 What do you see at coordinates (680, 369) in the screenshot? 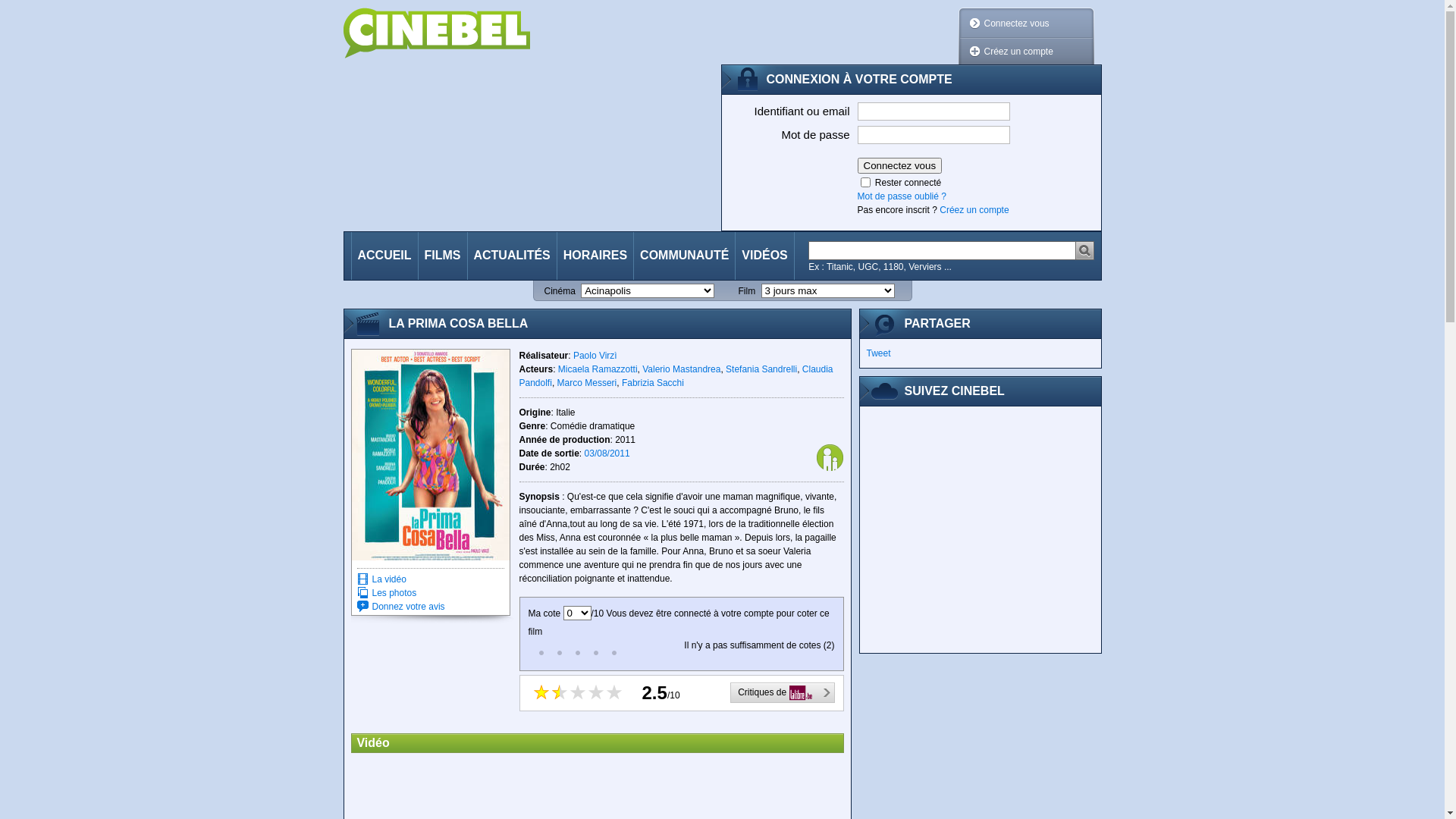
I see `'Valerio Mastandrea'` at bounding box center [680, 369].